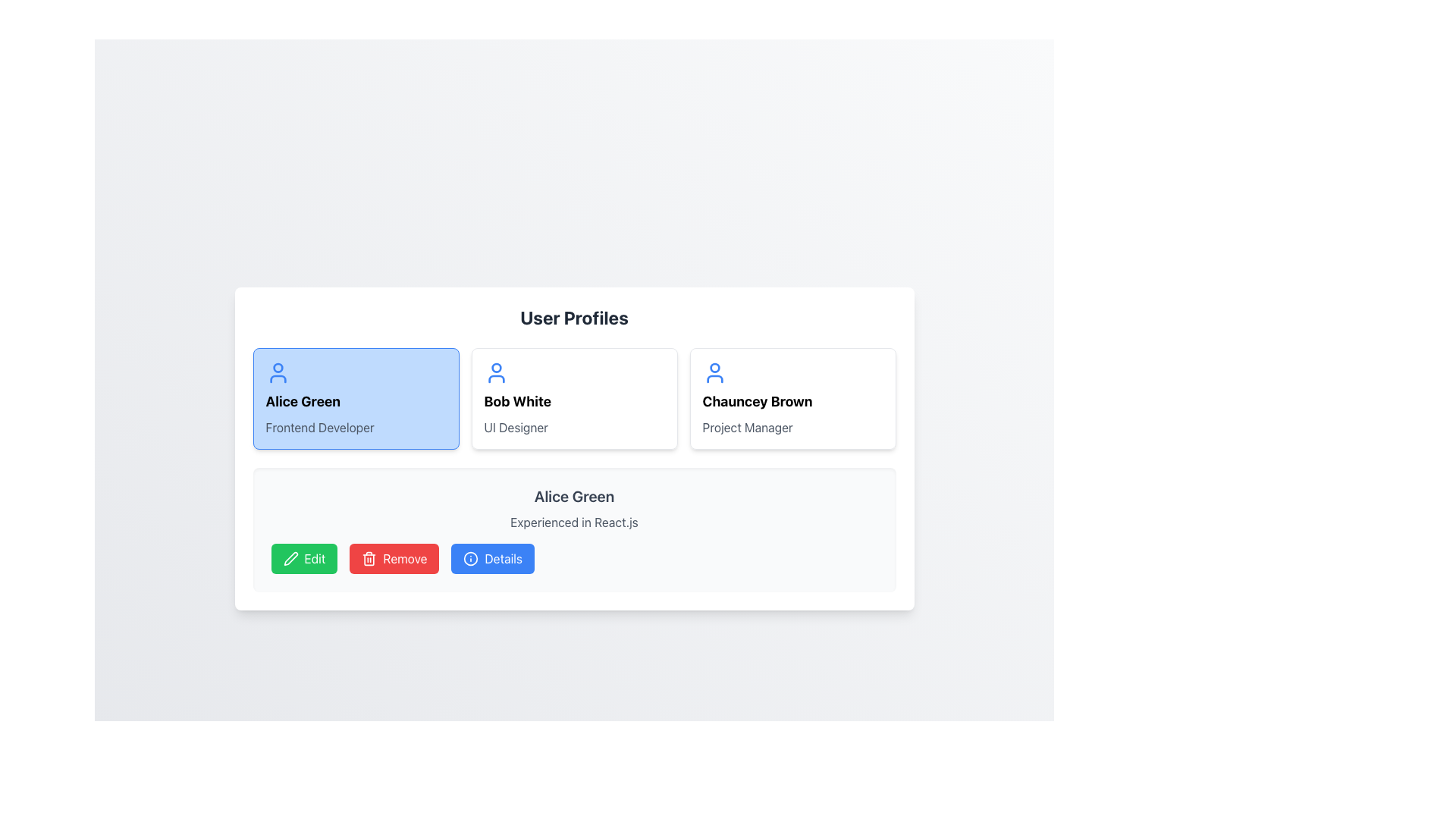  I want to click on the non-interactive text label indicating the professional role of 'Frontend Developer' associated with user 'Alice Green', located within the card below the header 'Alice Green', so click(319, 427).